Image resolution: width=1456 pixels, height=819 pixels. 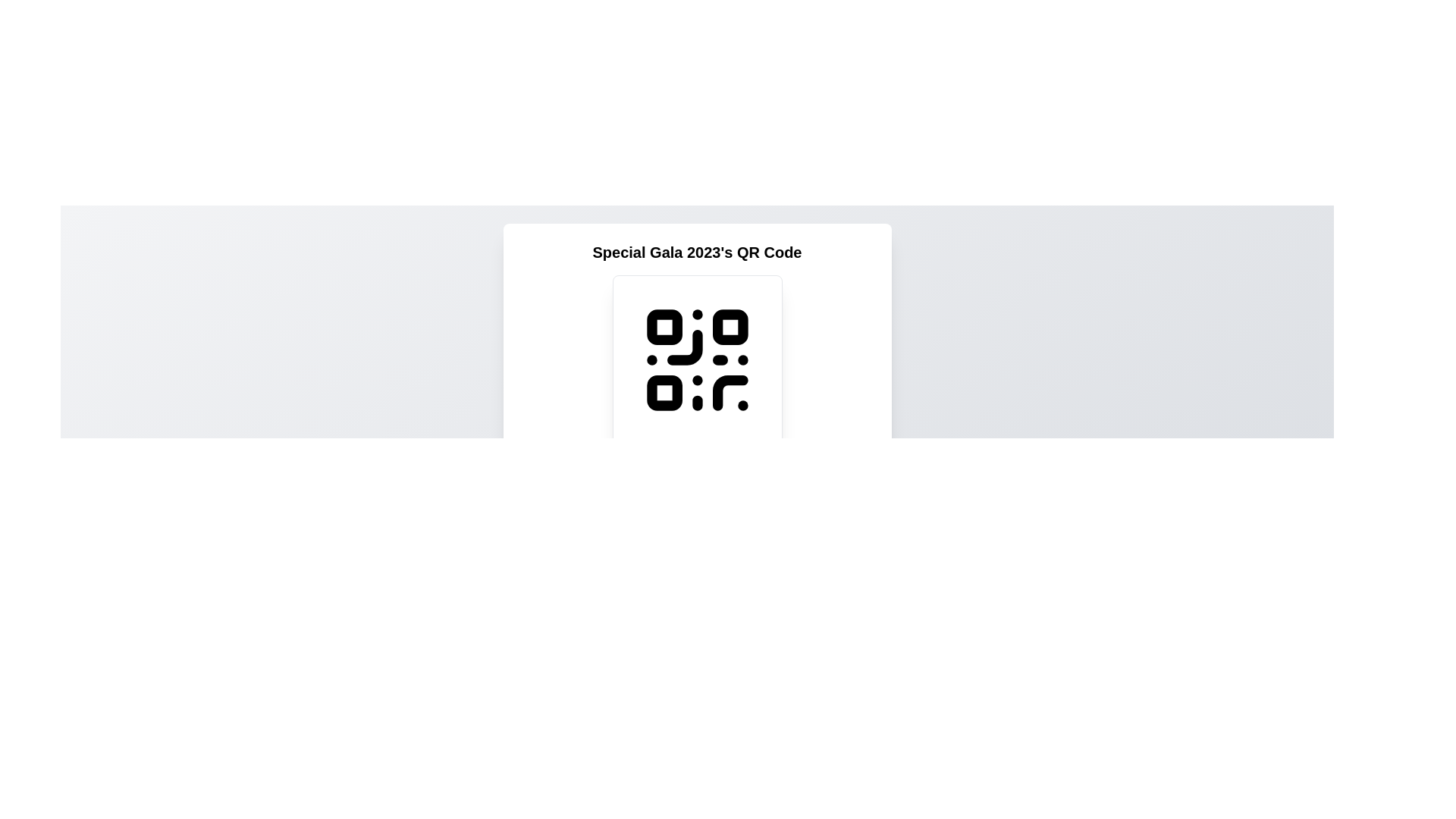 I want to click on the small, square shape with rounded corners and filled in white located in the top-left corner of the QR code area, if interaction is supported, so click(x=664, y=326).